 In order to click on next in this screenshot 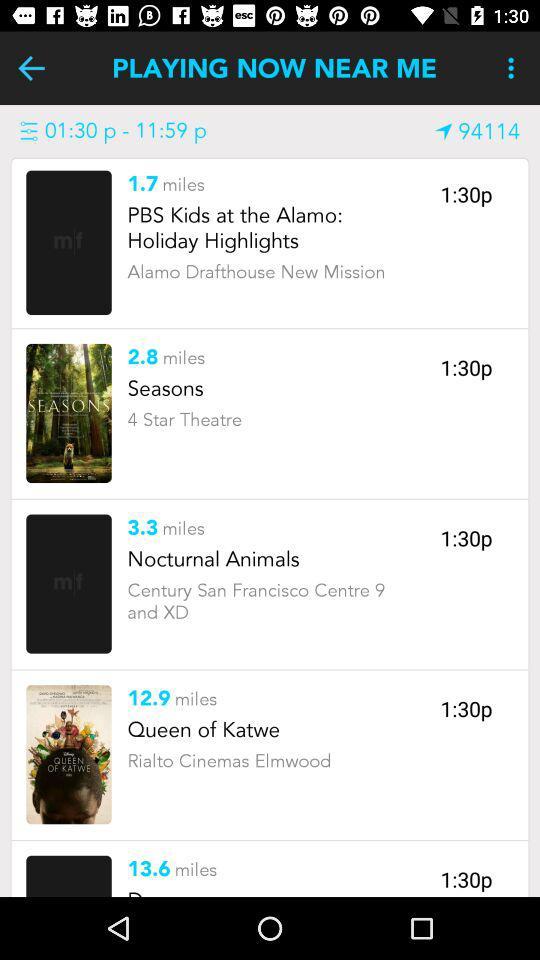, I will do `click(30, 68)`.